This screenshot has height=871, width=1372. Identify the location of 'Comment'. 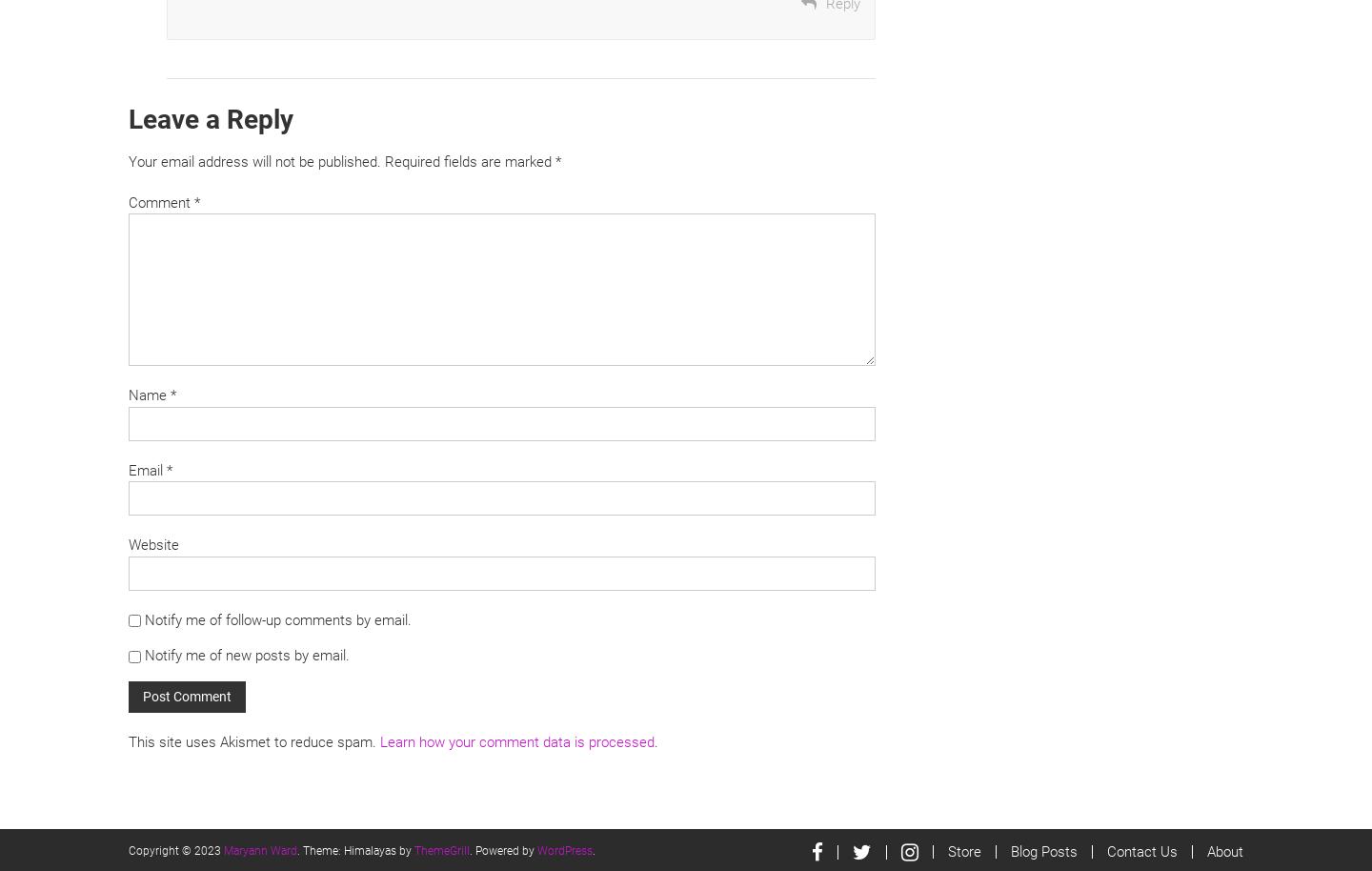
(128, 201).